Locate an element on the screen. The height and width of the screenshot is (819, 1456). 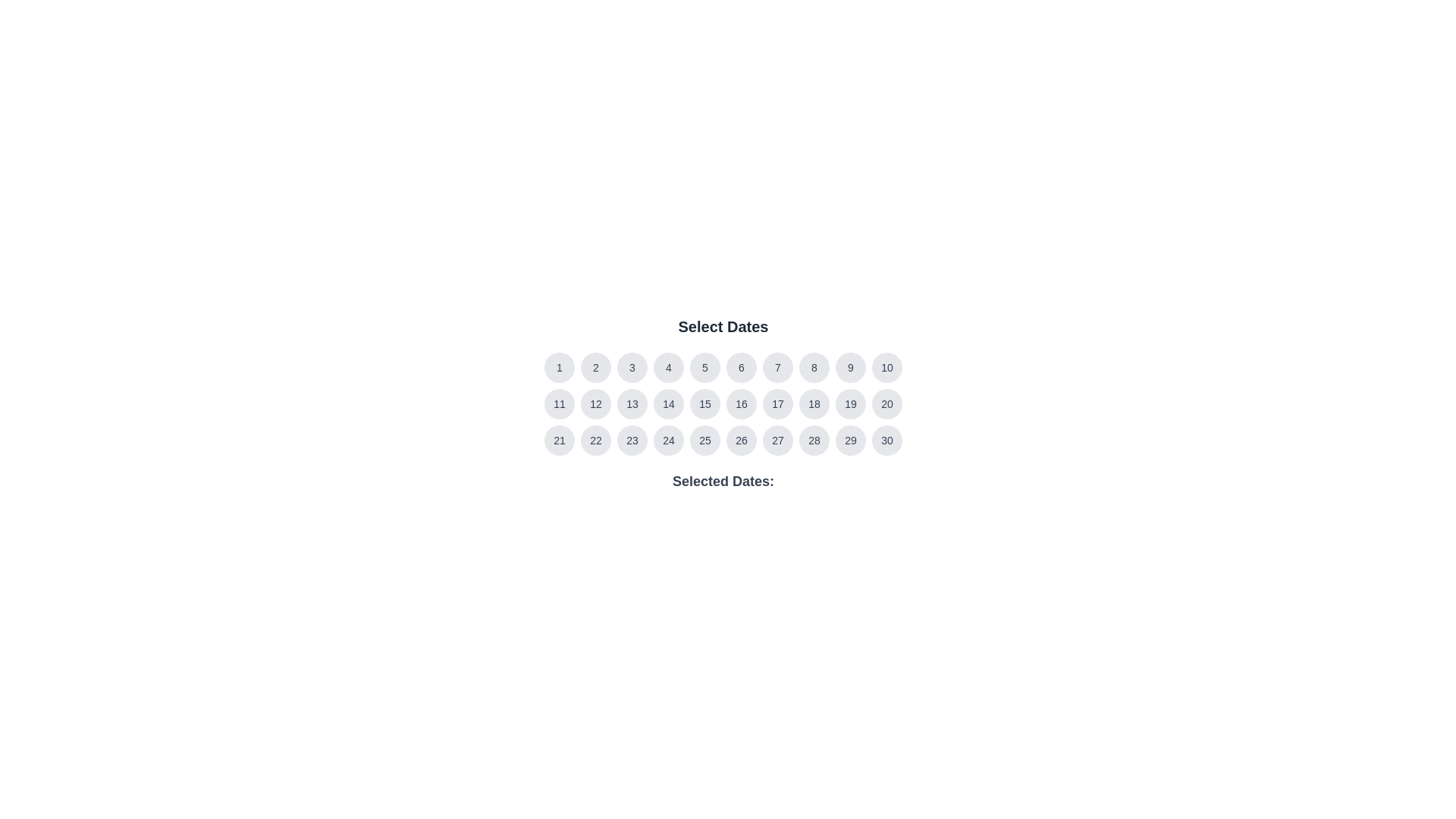
the selectable date option button representing the 19th day in the grid layout, which is the 9th button in the second row is located at coordinates (851, 403).